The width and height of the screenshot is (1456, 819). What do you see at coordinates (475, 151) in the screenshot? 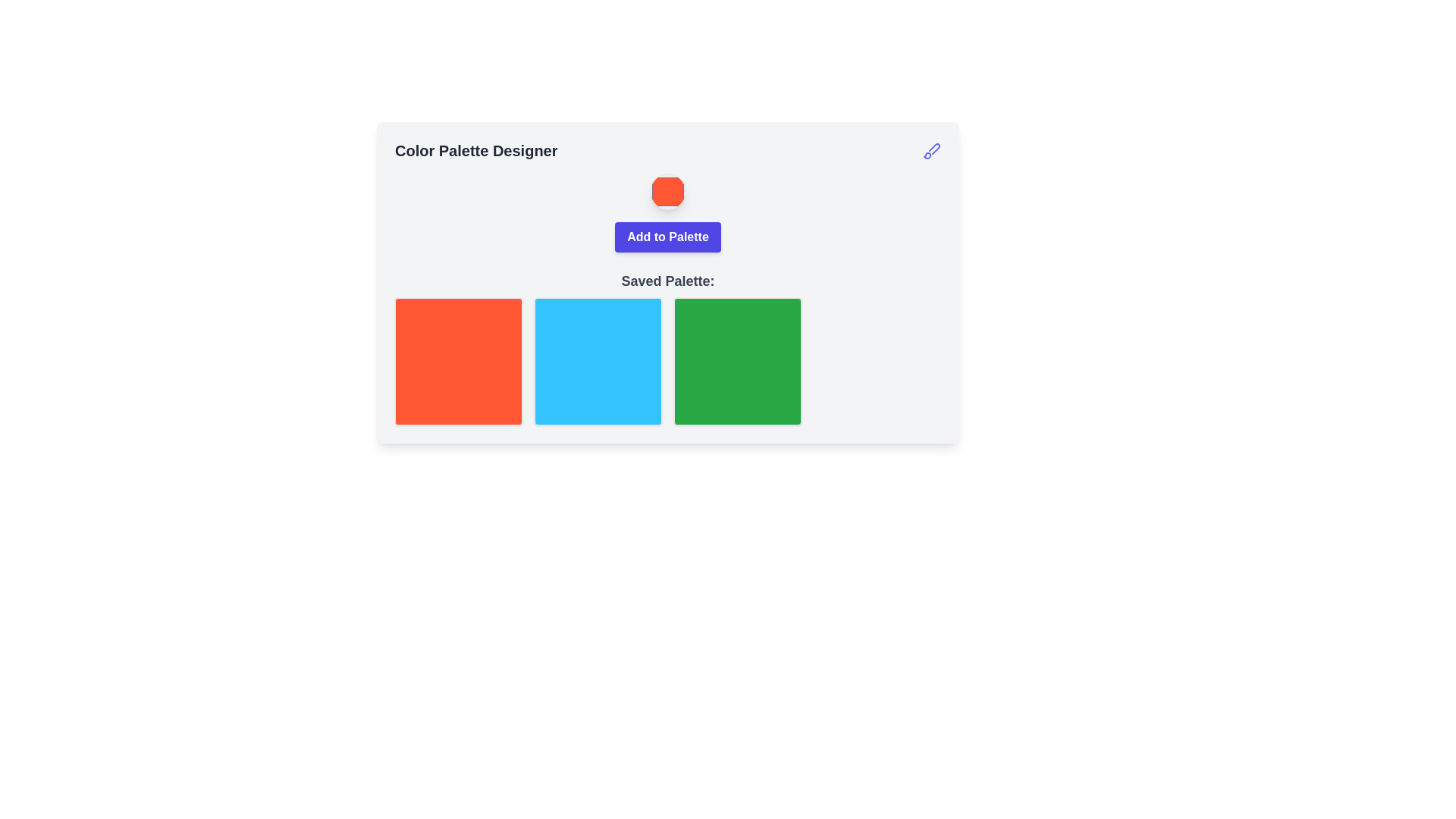
I see `the static text label that serves as a title or header, positioned at the top-left region of the interface, indicating the purpose or context of the interface` at bounding box center [475, 151].